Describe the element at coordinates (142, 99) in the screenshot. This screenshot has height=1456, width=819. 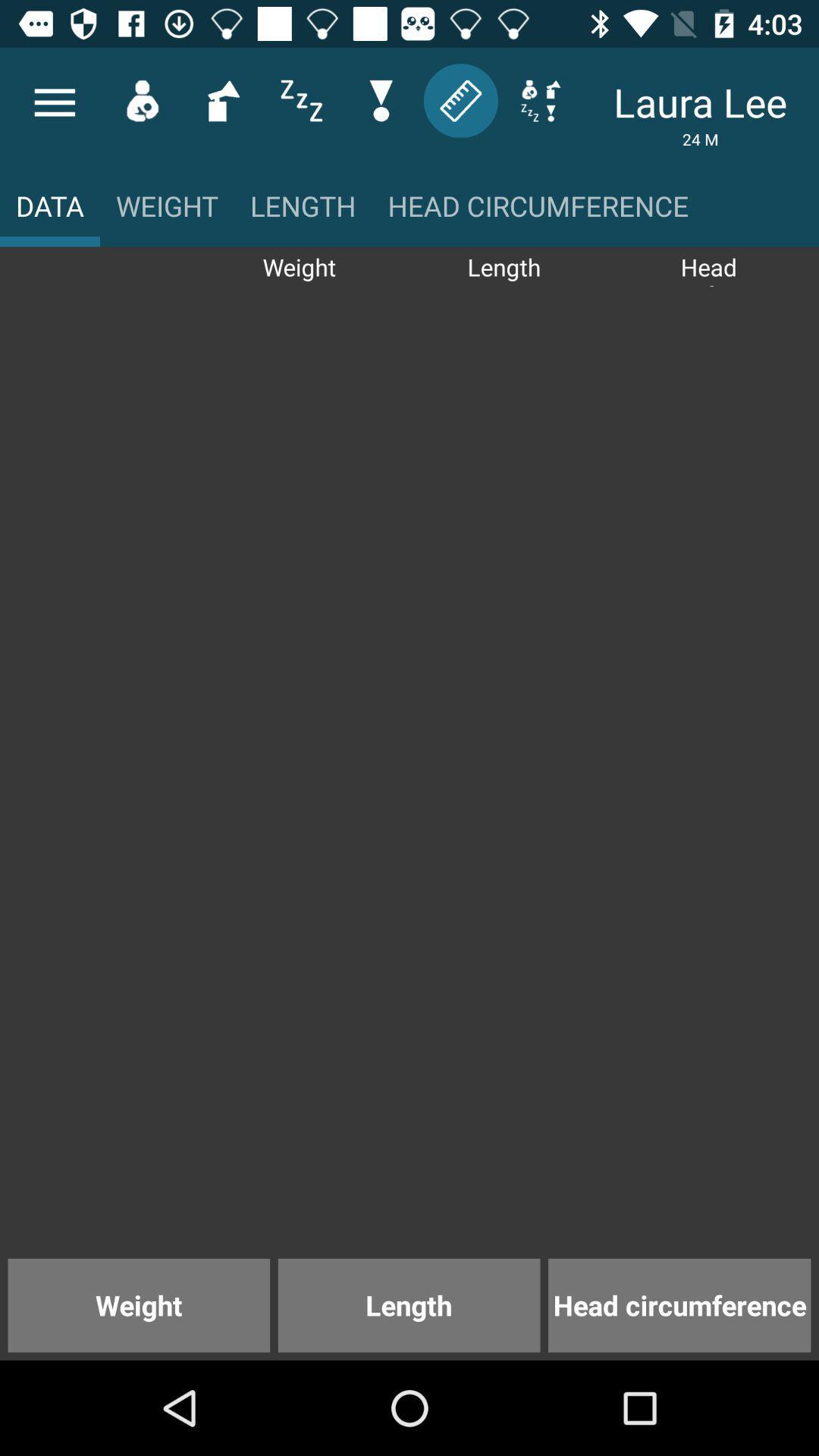
I see `the avatar icon` at that location.